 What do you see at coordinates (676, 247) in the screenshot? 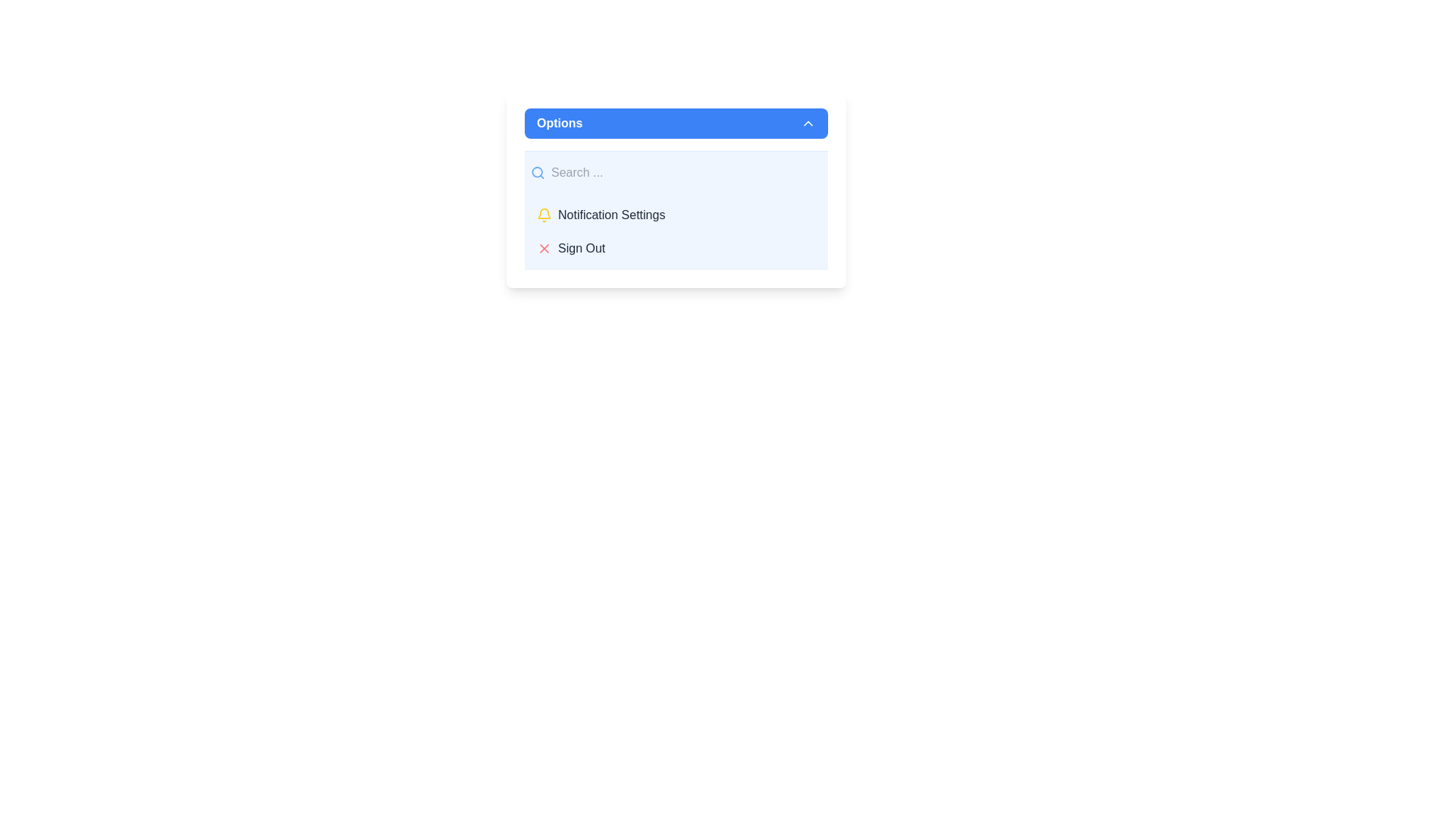
I see `the logout button located in the dropdown menu under 'Options', which is the second item below 'Notification Settings'` at bounding box center [676, 247].